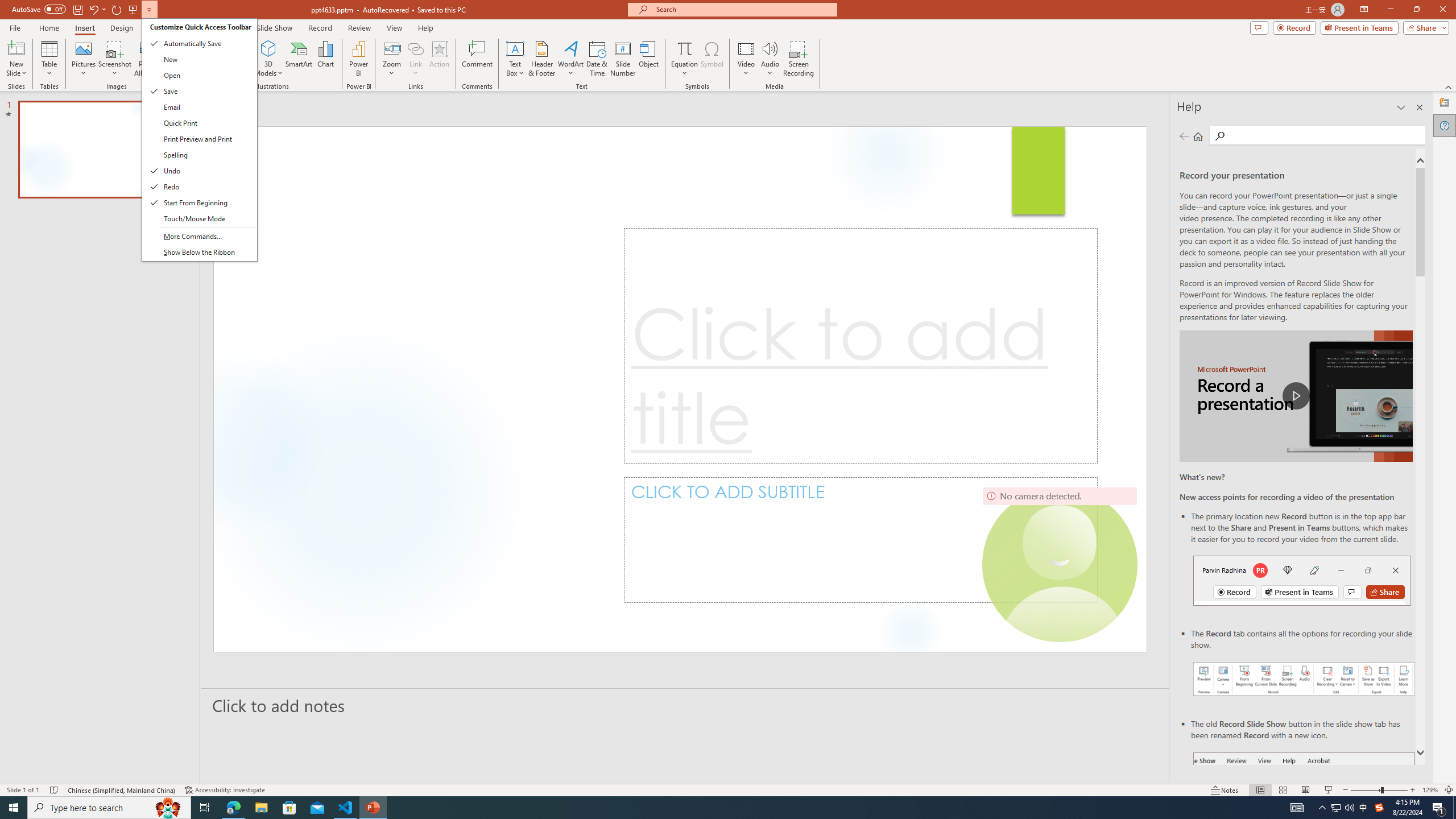 Image resolution: width=1456 pixels, height=819 pixels. I want to click on 'Chart...', so click(325, 59).